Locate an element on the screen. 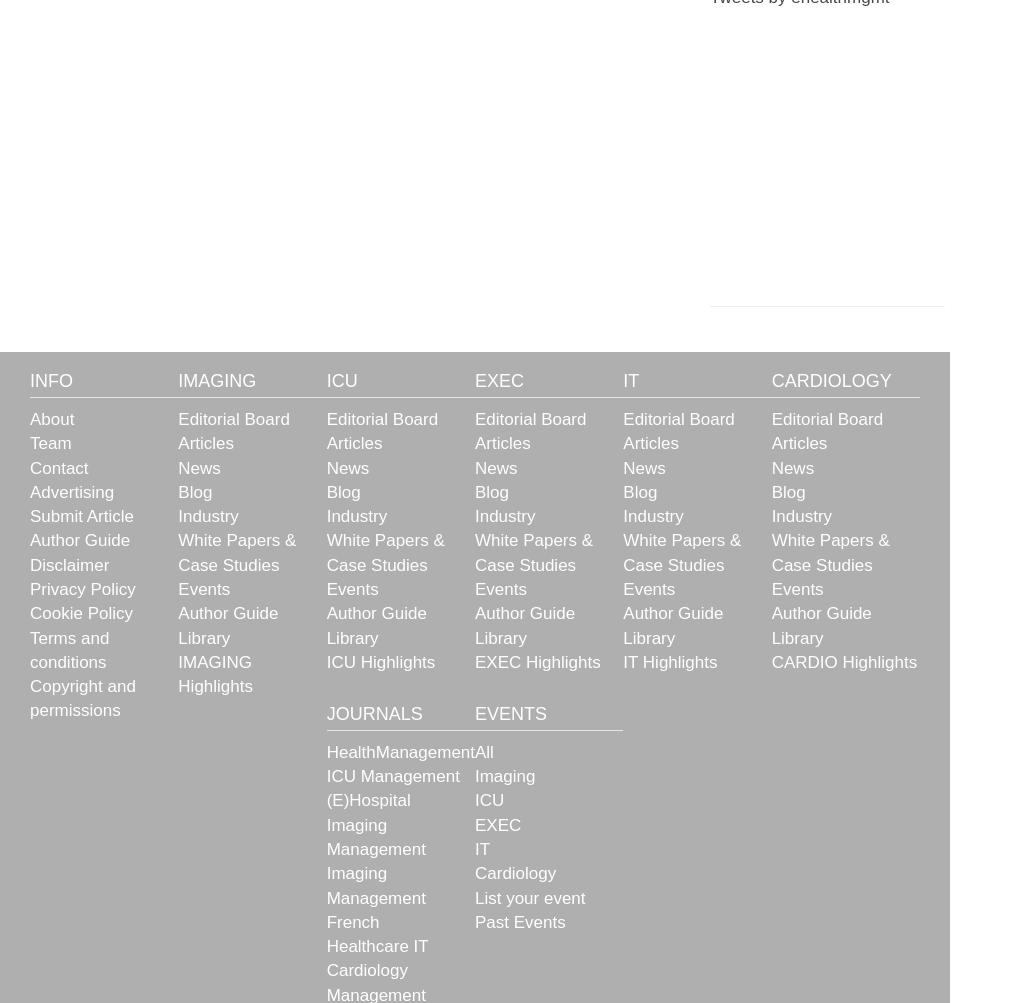  '(E)Hospital' is located at coordinates (368, 799).